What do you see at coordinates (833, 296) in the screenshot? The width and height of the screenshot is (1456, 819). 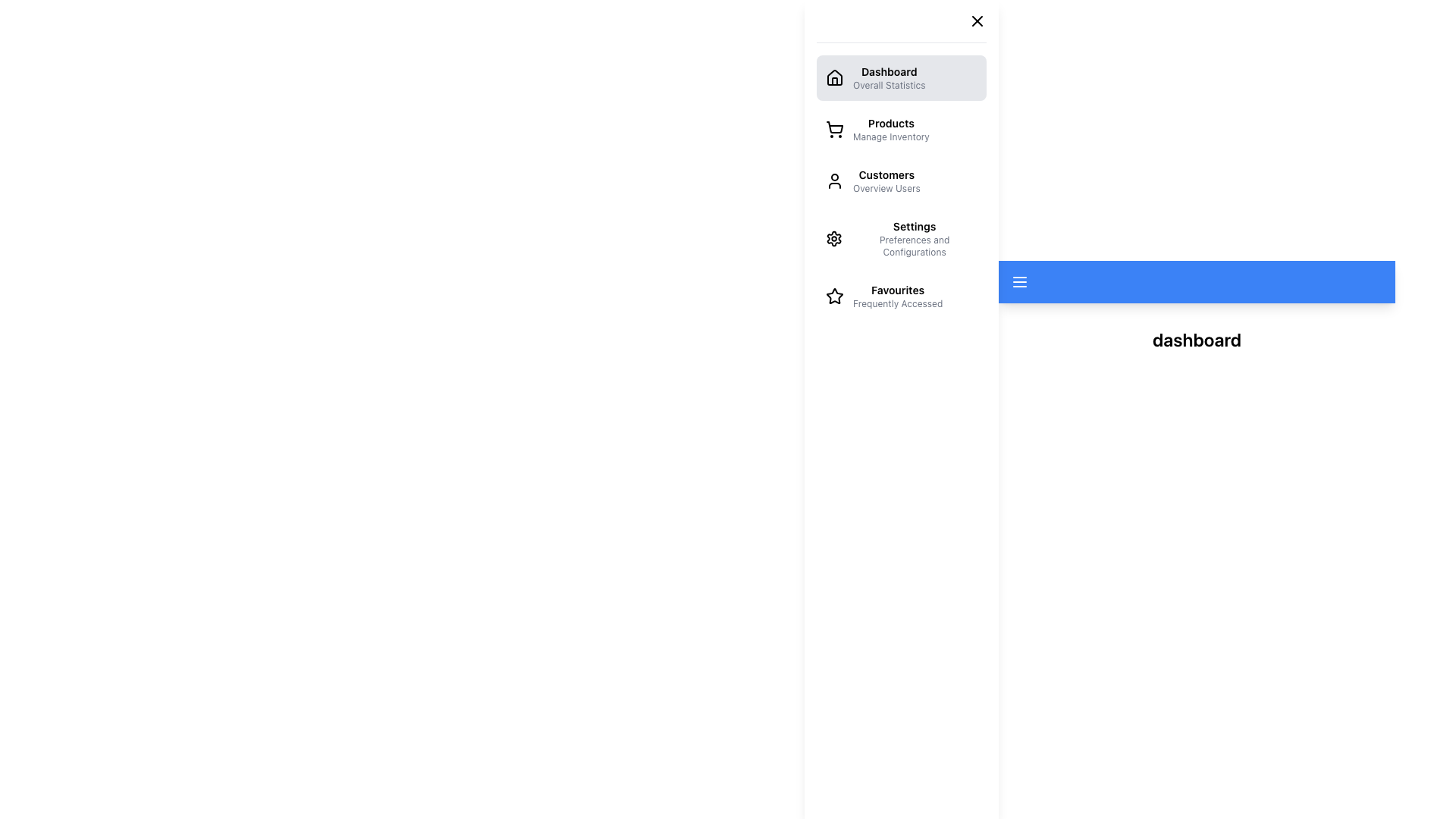 I see `the star-shaped icon associated with the 'Favourites' menu item located near the bottom of the application panel` at bounding box center [833, 296].